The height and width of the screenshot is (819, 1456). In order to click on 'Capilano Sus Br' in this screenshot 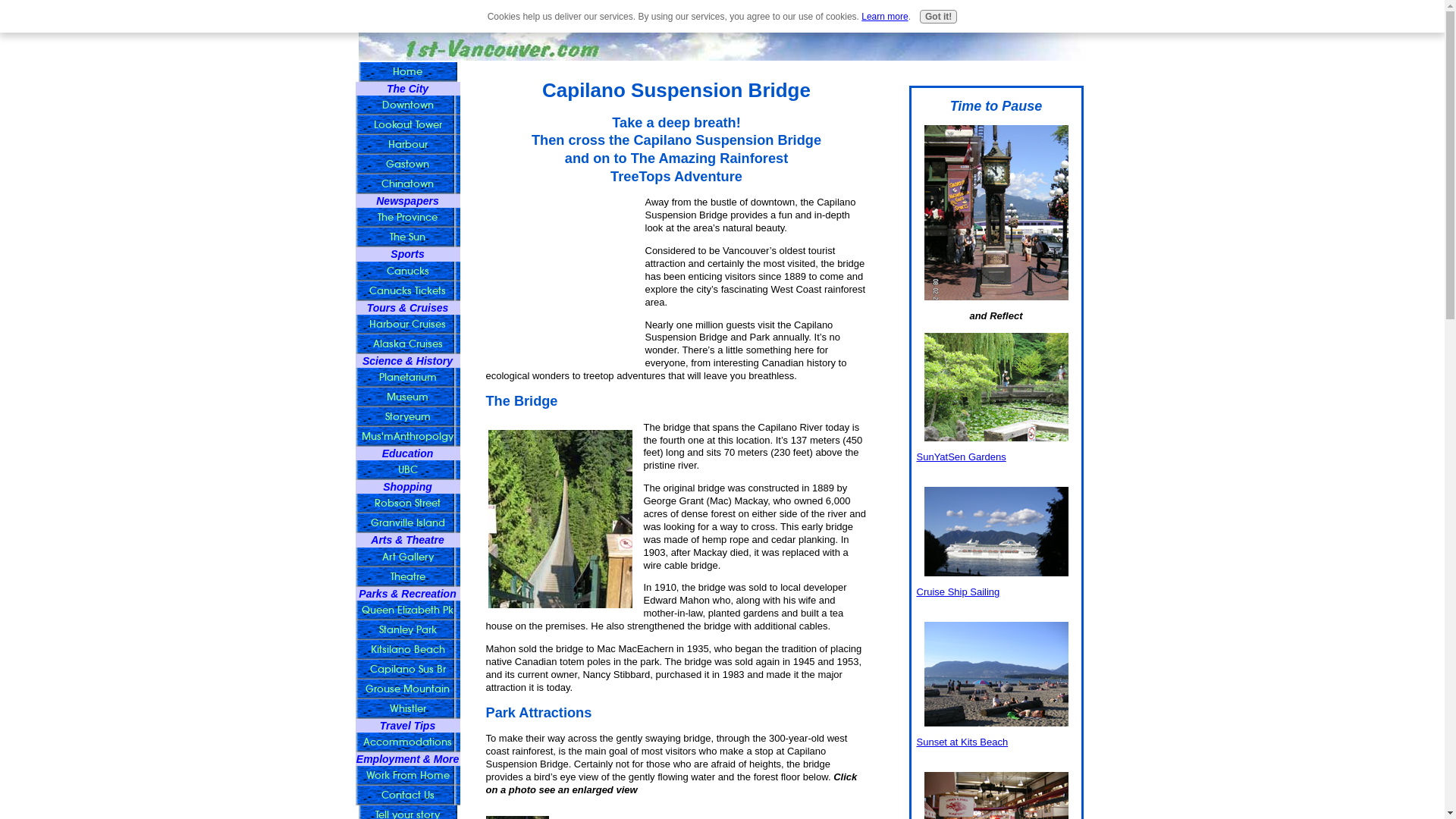, I will do `click(407, 669)`.